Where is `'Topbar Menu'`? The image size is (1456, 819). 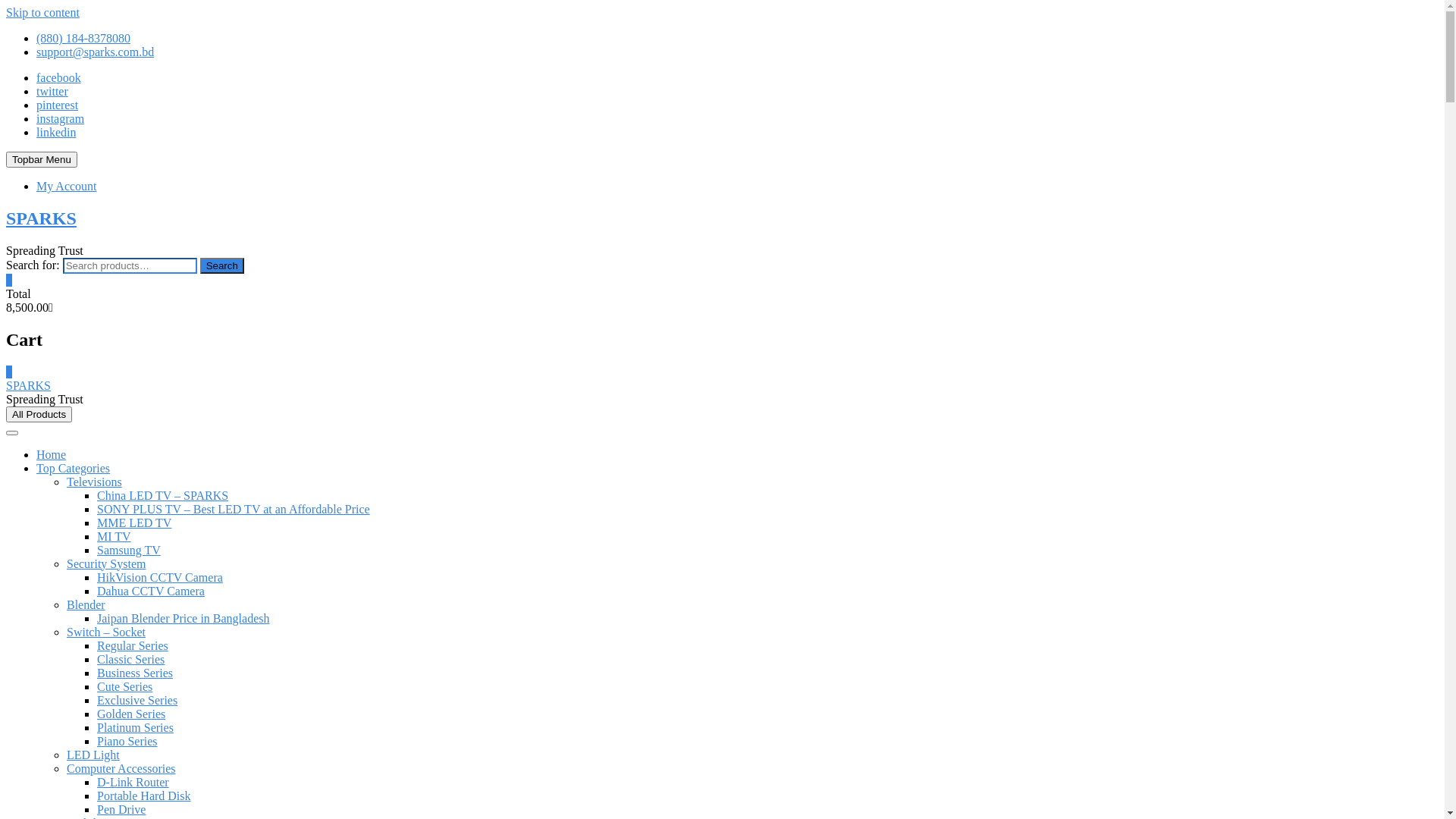 'Topbar Menu' is located at coordinates (6, 159).